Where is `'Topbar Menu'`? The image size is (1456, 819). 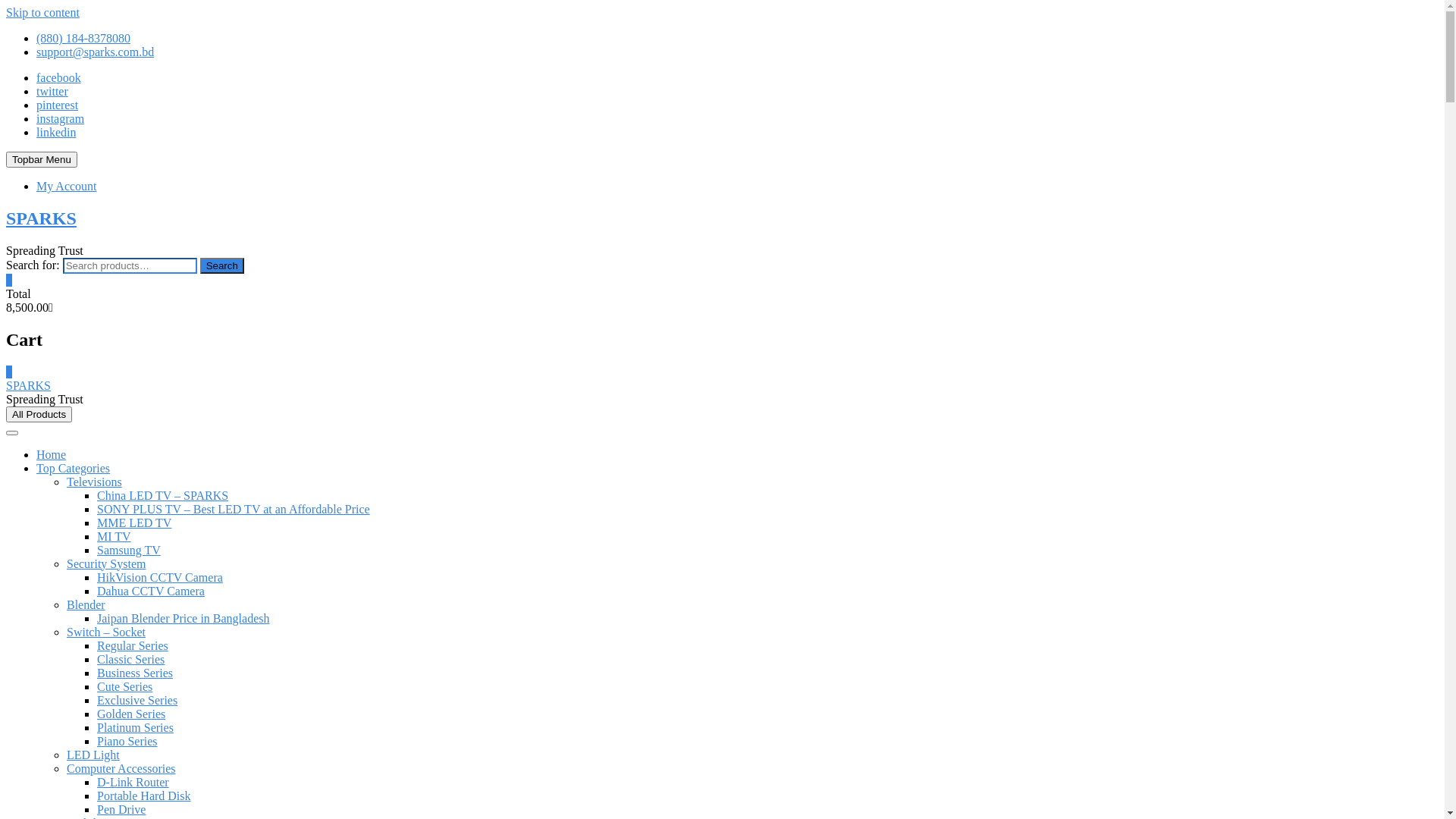 'Topbar Menu' is located at coordinates (6, 159).